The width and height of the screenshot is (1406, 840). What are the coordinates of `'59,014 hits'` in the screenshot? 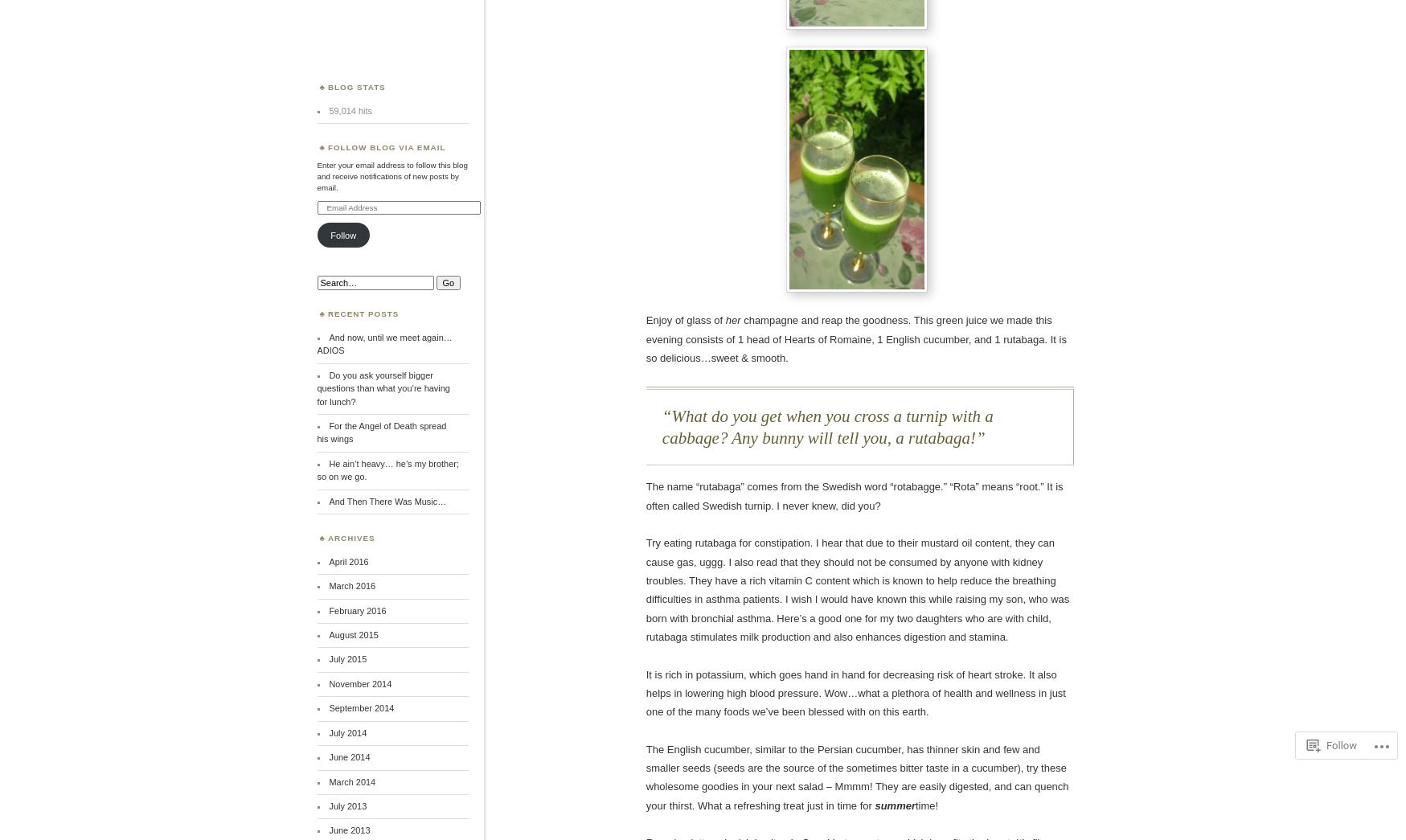 It's located at (349, 109).